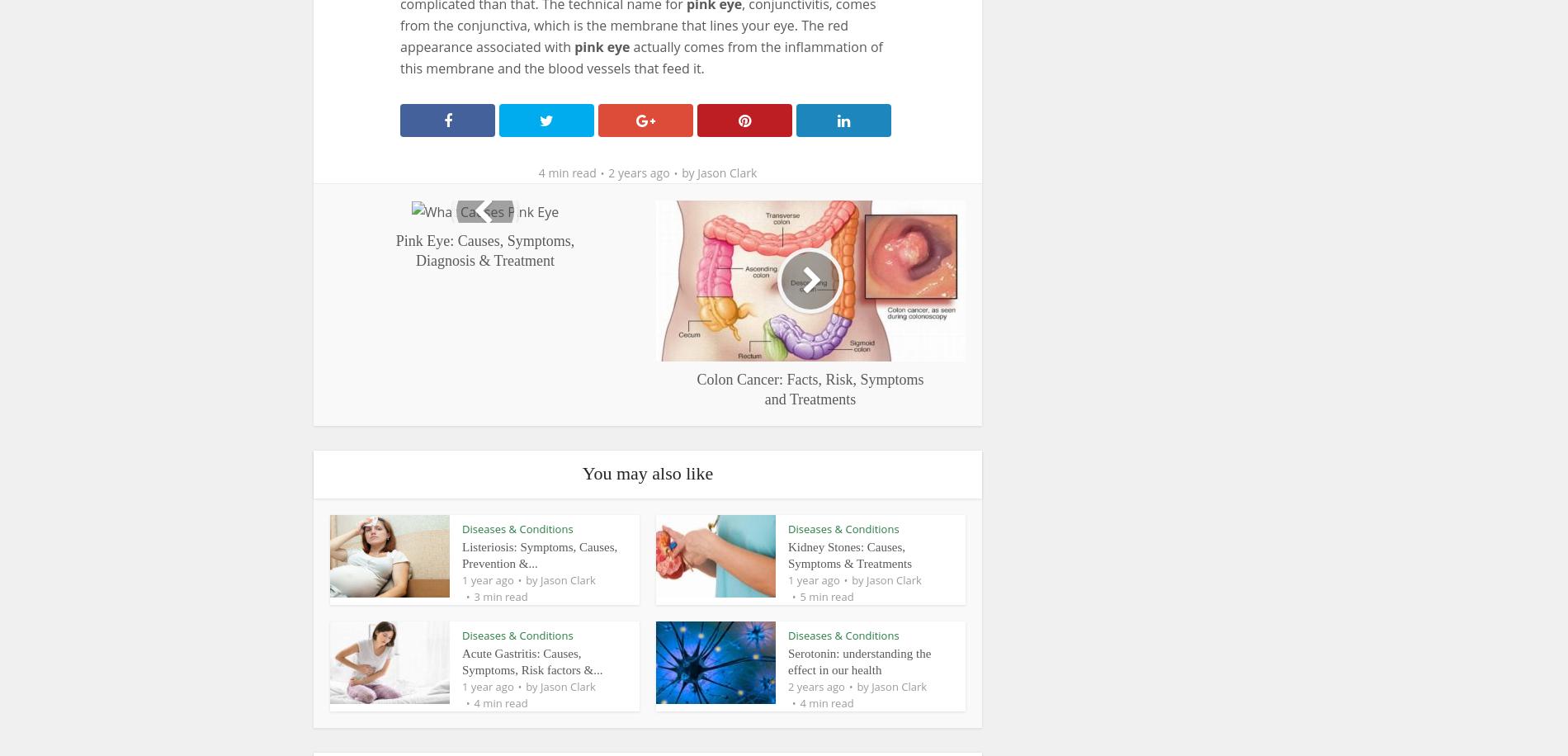  I want to click on 'Listeriosis: Symptoms, Causes, Prevention &...', so click(461, 553).